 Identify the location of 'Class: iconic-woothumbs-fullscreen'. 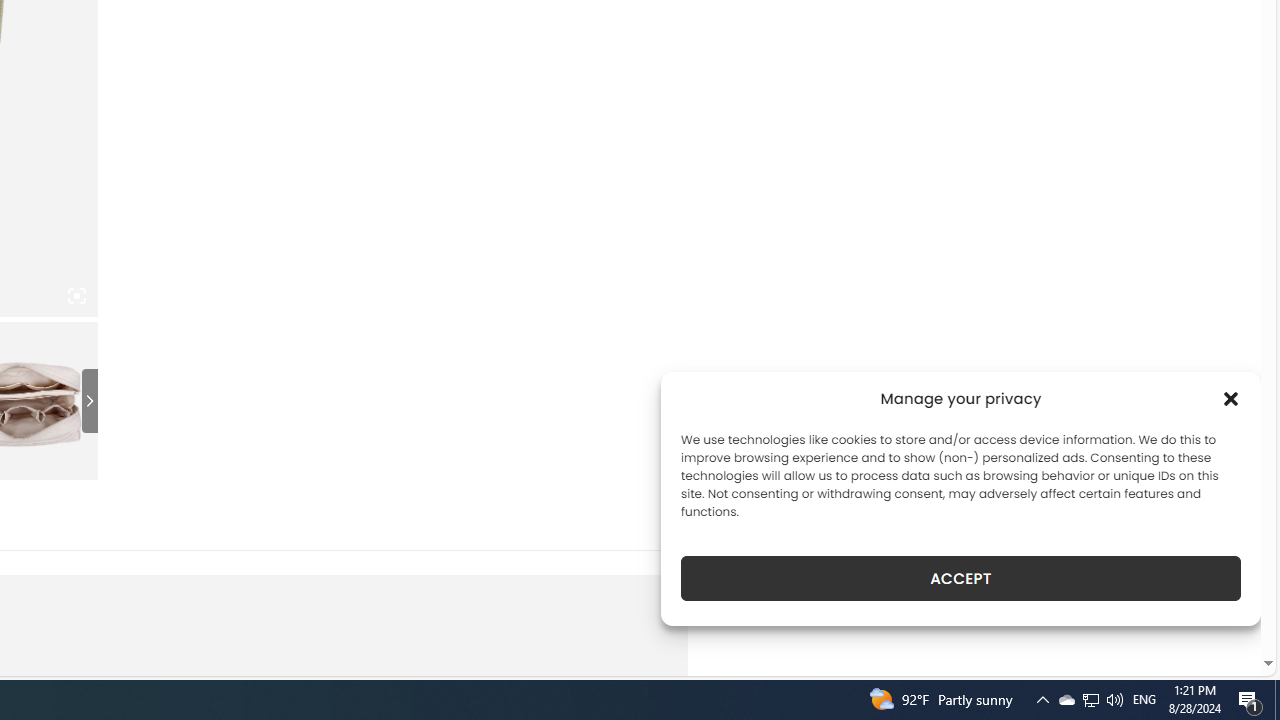
(76, 296).